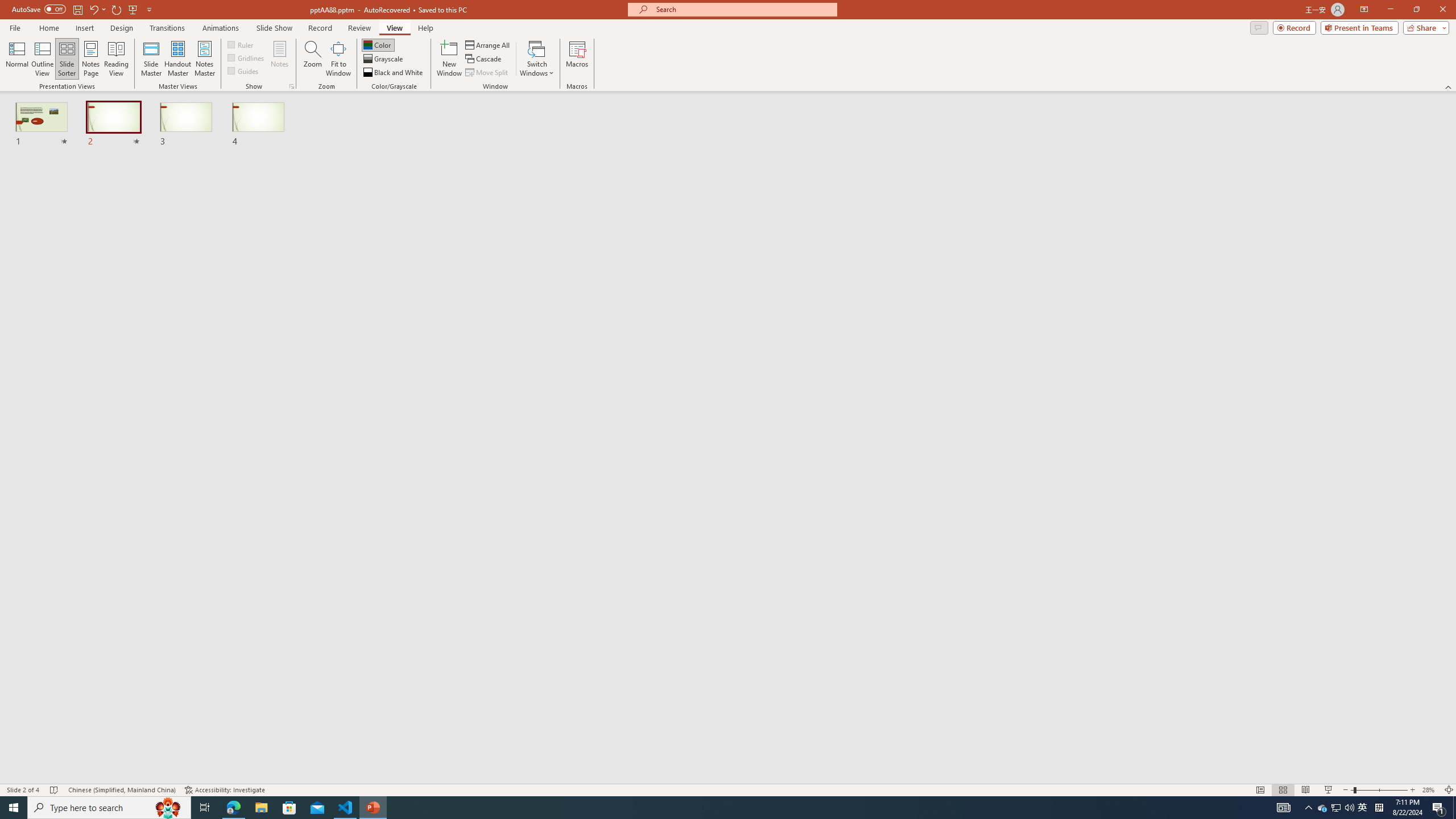 The width and height of the screenshot is (1456, 819). I want to click on 'Move Split', so click(487, 72).